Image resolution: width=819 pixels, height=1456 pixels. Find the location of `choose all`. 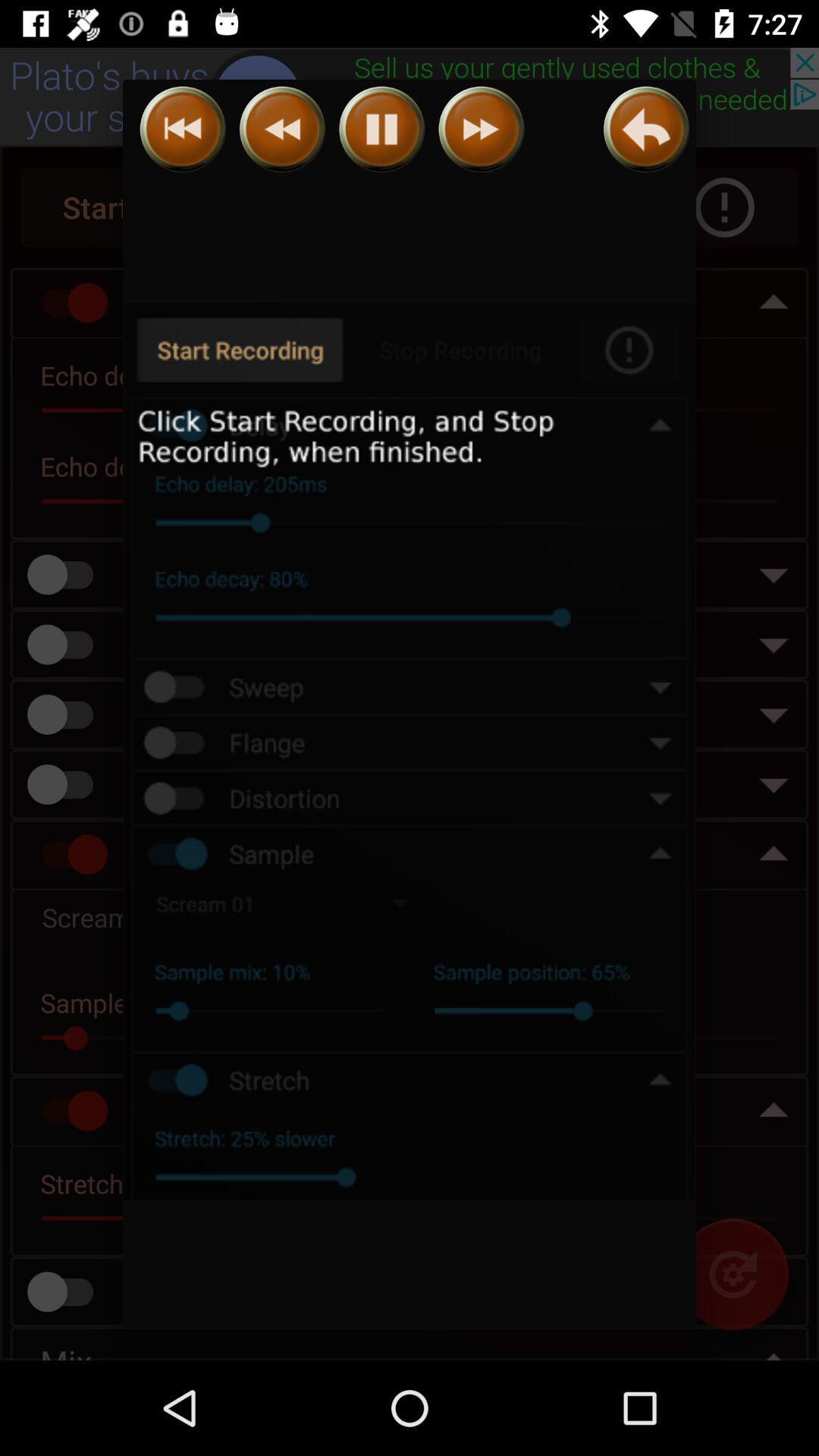

choose all is located at coordinates (409, 752).